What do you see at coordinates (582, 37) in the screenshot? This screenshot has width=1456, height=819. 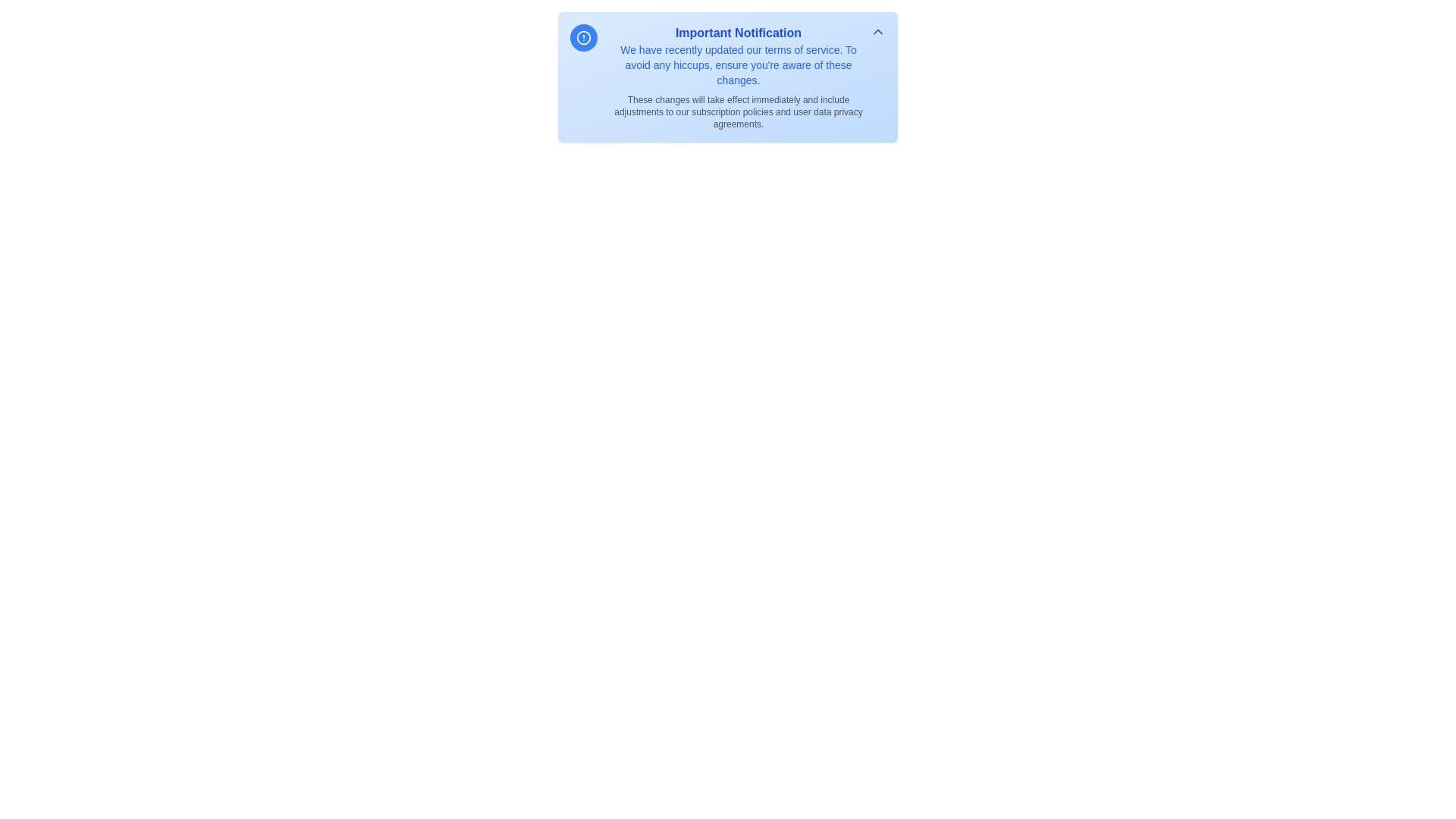 I see `the alert icon within the notification` at bounding box center [582, 37].